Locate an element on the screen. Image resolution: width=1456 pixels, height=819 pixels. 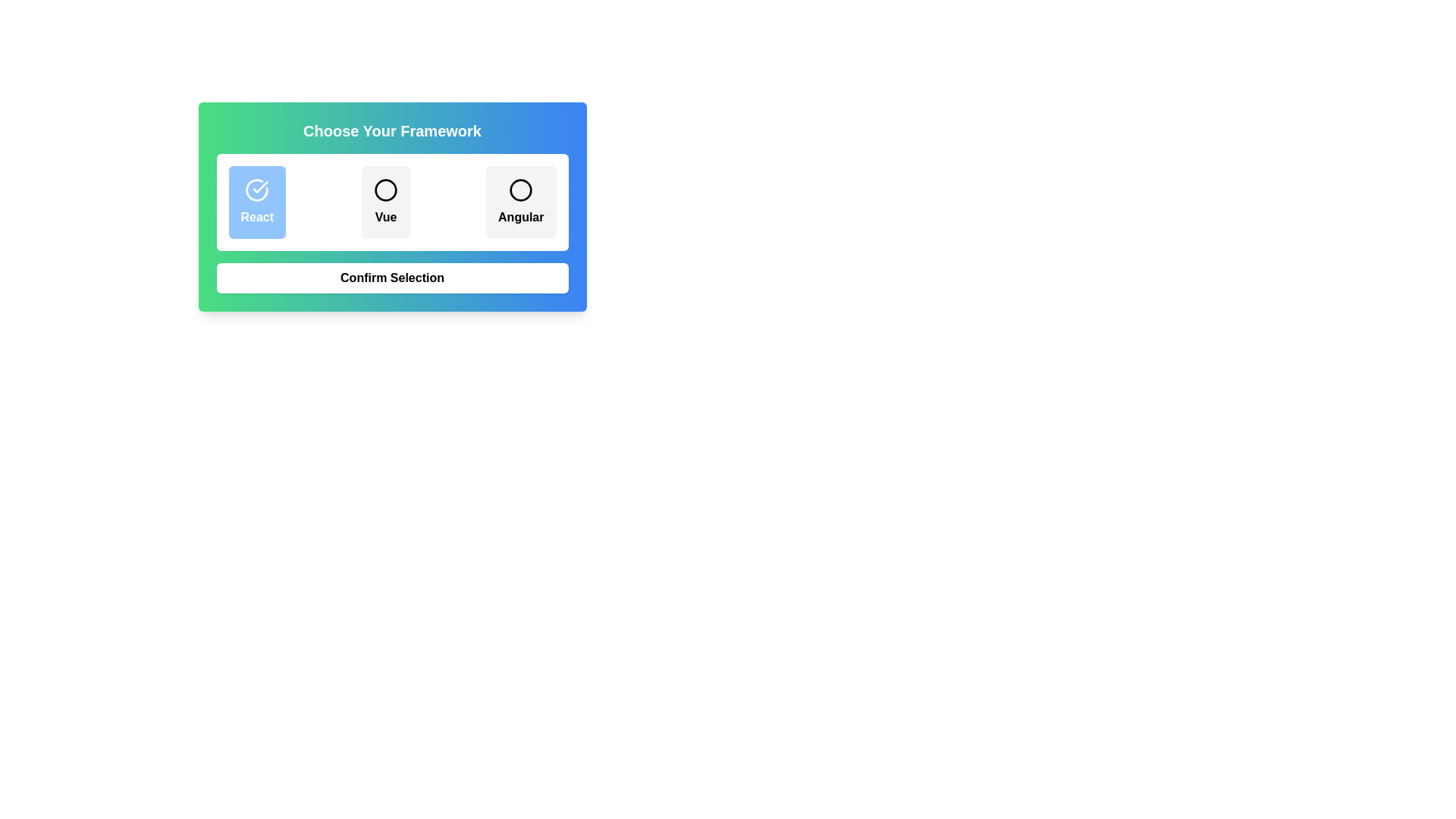
the button in the center of the list is located at coordinates (385, 201).